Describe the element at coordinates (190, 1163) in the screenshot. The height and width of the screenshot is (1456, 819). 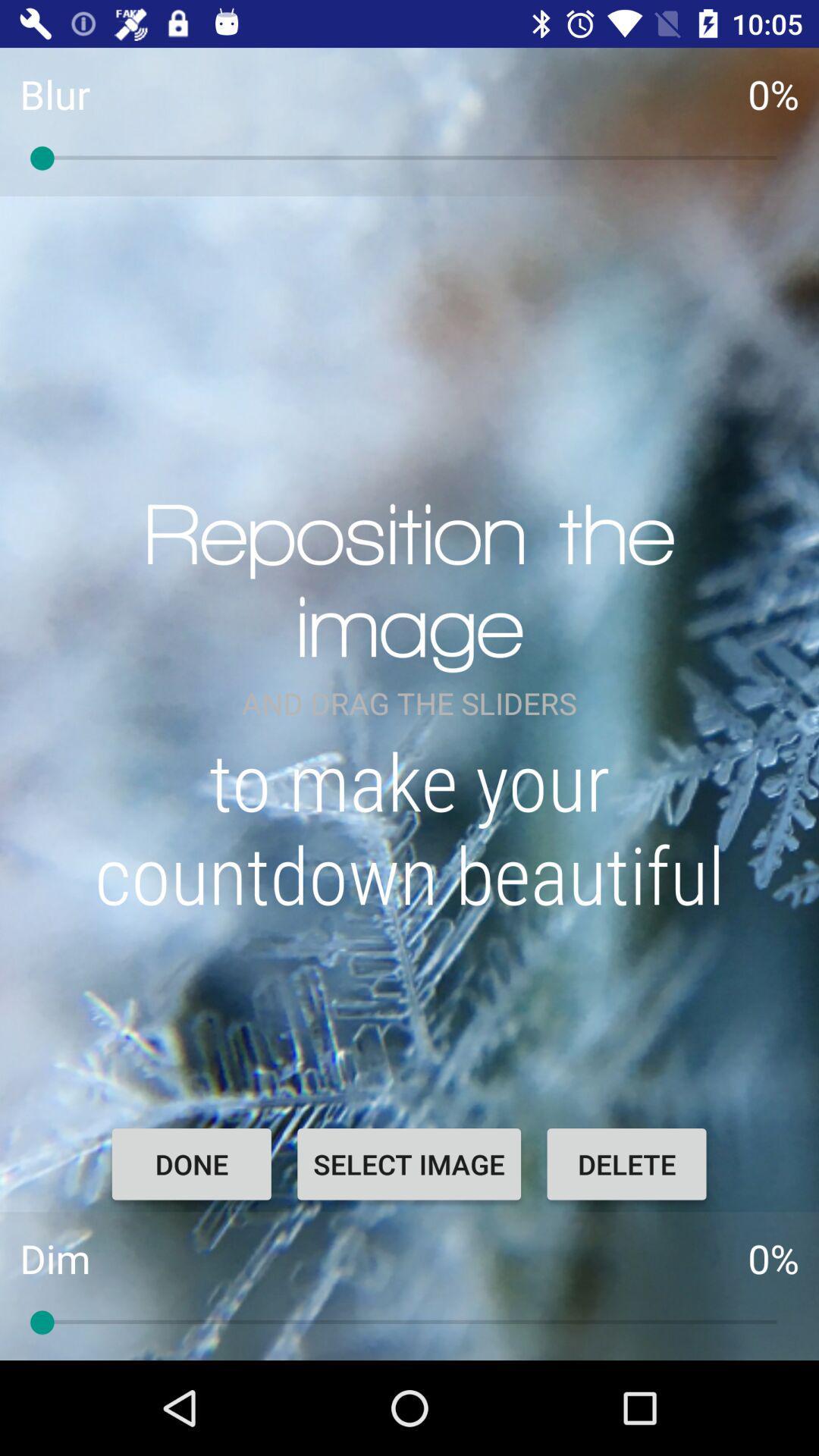
I see `the icon to the left of select image item` at that location.